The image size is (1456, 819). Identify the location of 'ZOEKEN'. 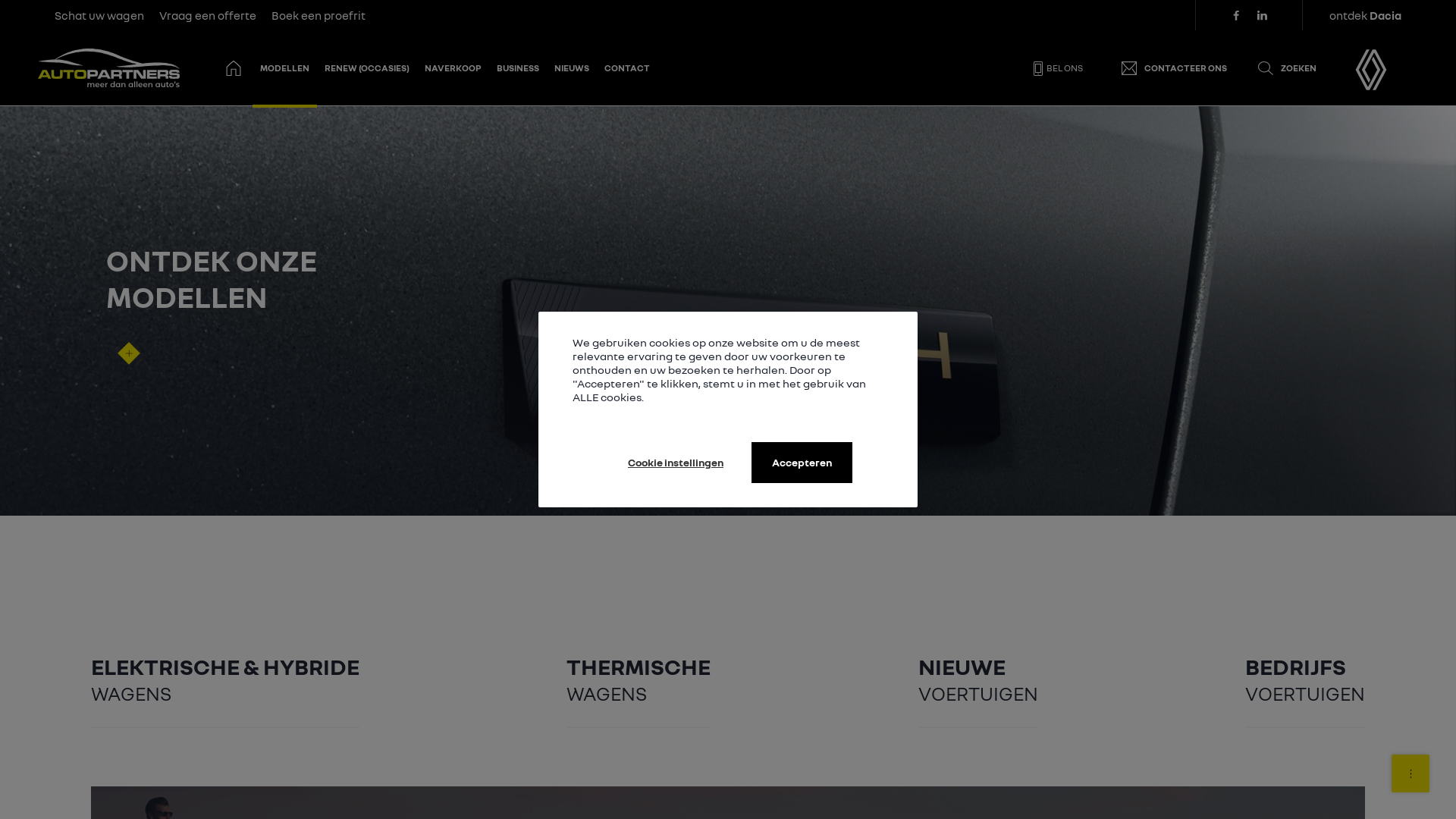
(1241, 67).